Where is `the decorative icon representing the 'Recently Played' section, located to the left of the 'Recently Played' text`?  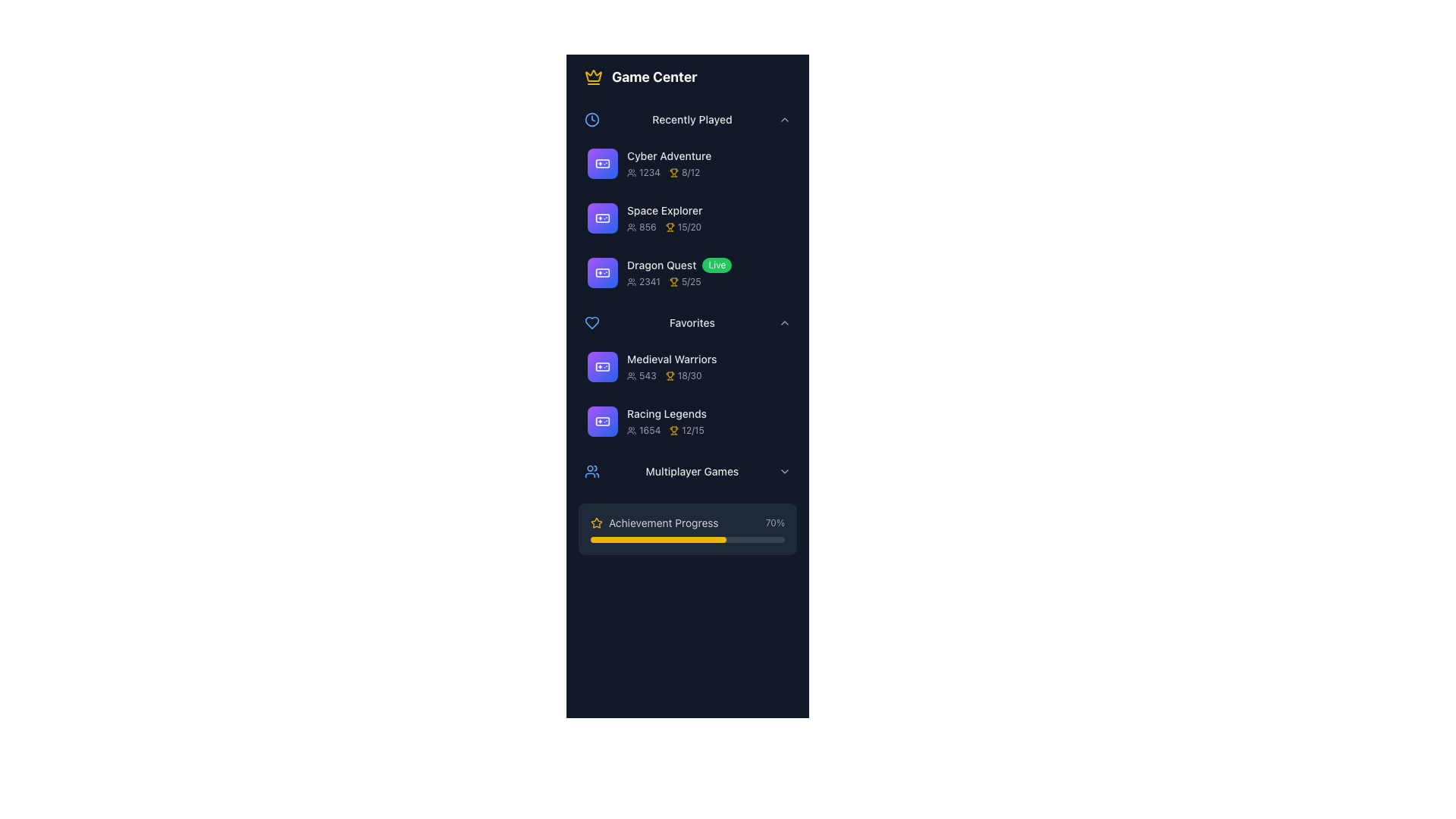 the decorative icon representing the 'Recently Played' section, located to the left of the 'Recently Played' text is located at coordinates (591, 119).